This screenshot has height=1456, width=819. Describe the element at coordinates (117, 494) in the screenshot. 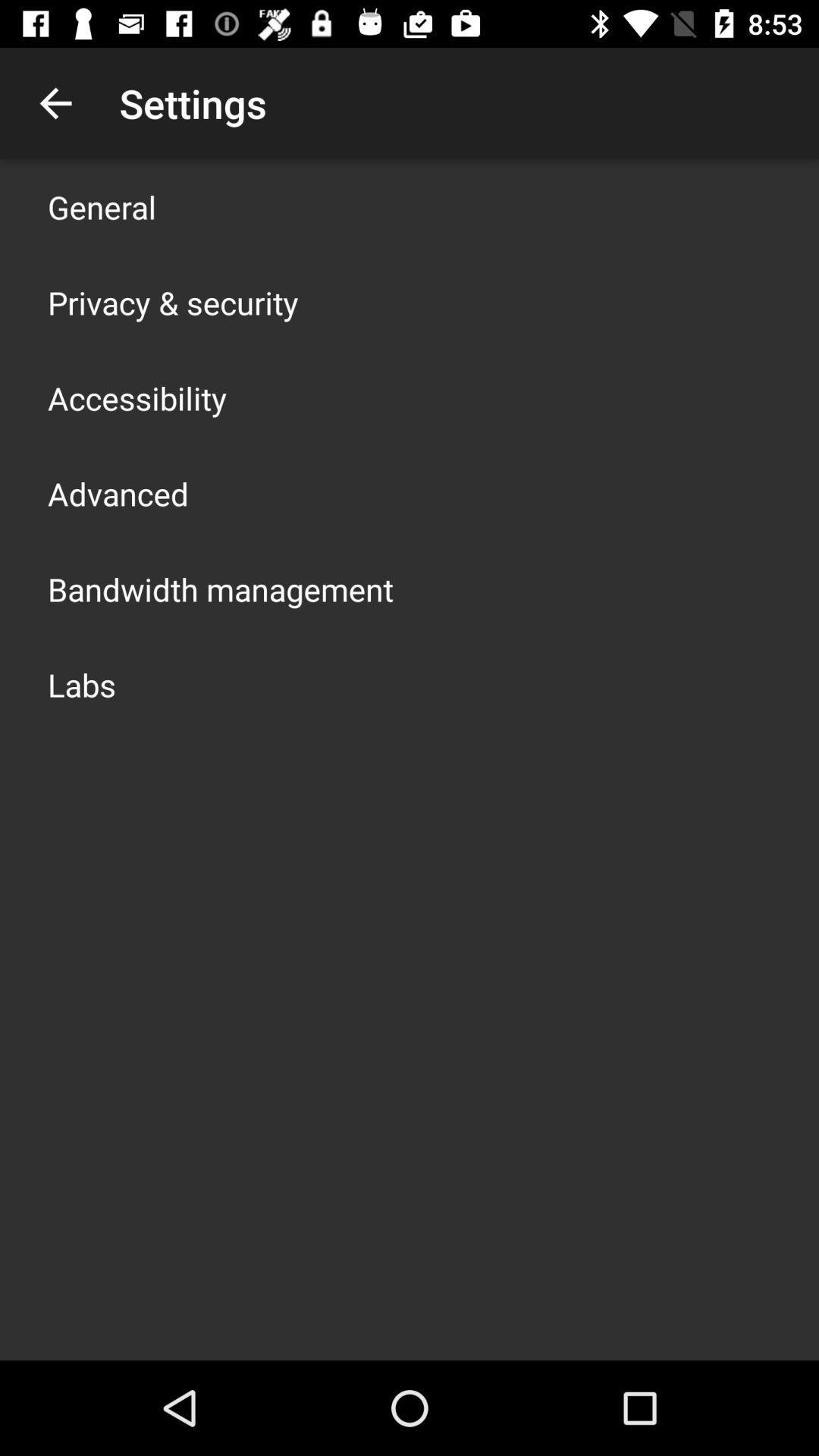

I see `the icon above bandwidth management app` at that location.